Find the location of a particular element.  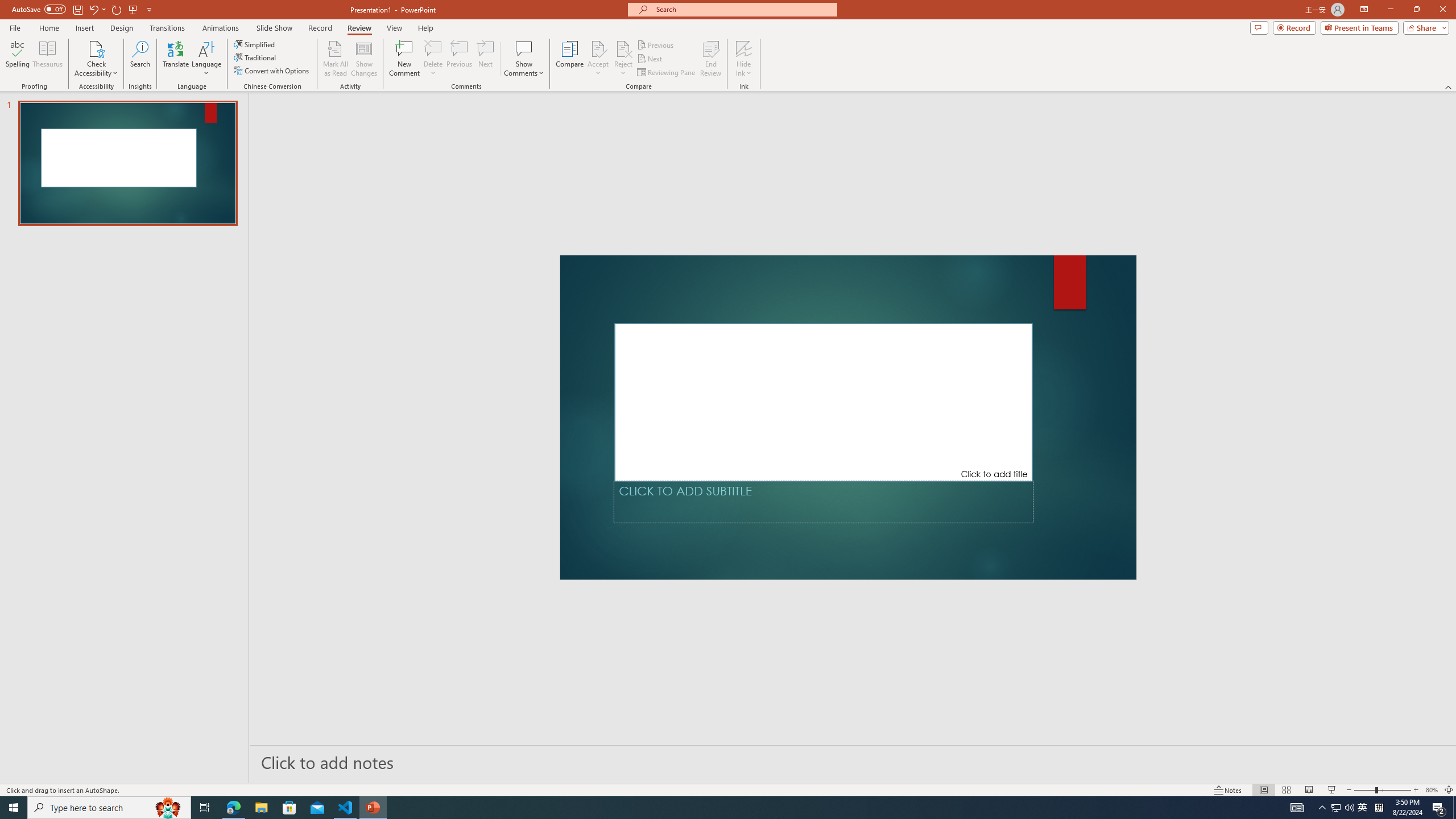

'View' is located at coordinates (395, 28).